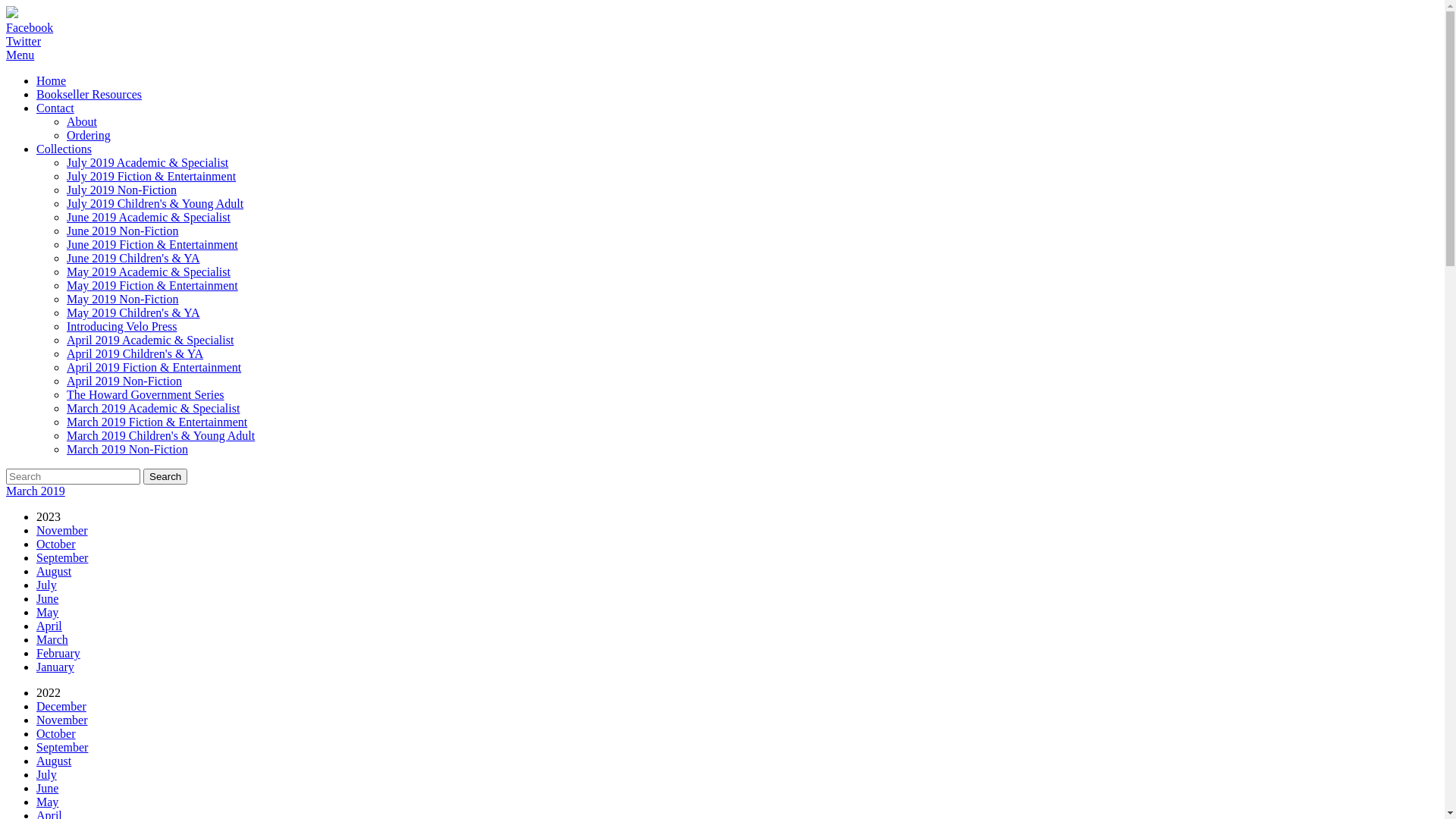 The image size is (1456, 819). Describe the element at coordinates (51, 80) in the screenshot. I see `'Home'` at that location.